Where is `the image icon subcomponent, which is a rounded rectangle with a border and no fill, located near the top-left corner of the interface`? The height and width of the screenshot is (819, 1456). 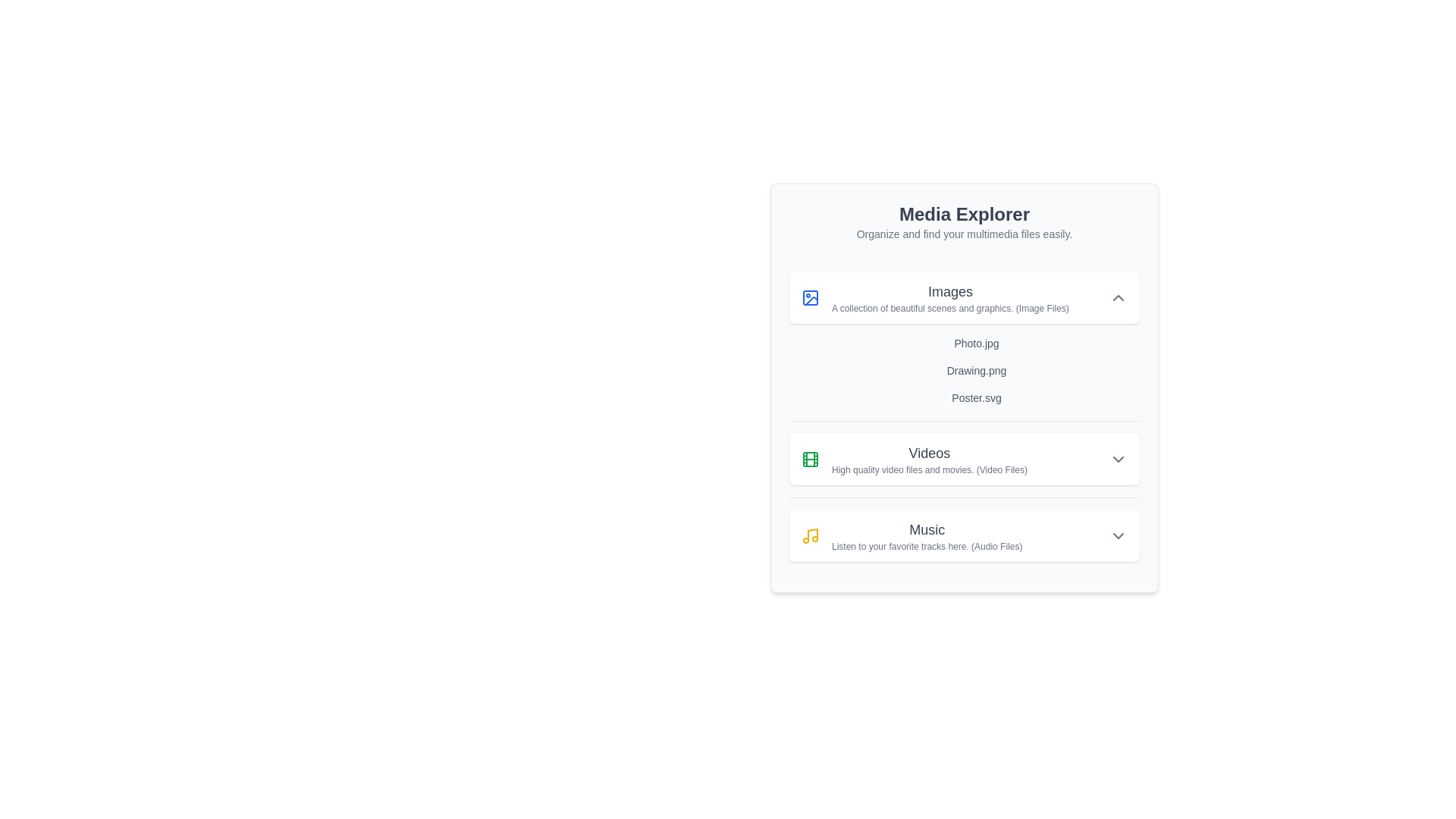
the image icon subcomponent, which is a rounded rectangle with a border and no fill, located near the top-left corner of the interface is located at coordinates (810, 298).